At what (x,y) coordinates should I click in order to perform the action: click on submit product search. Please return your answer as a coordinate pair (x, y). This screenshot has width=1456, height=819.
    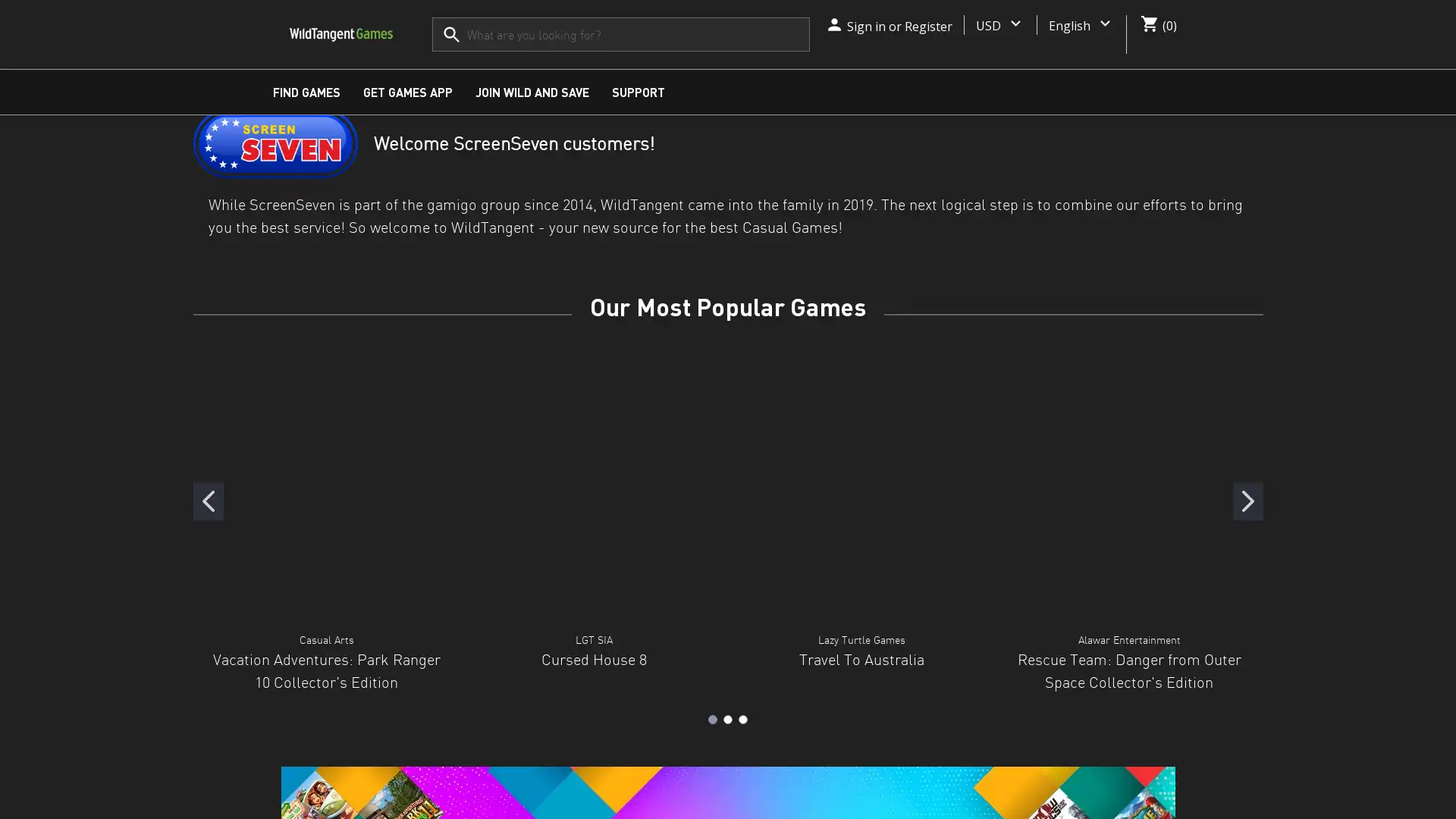
    Looking at the image, I should click on (443, 34).